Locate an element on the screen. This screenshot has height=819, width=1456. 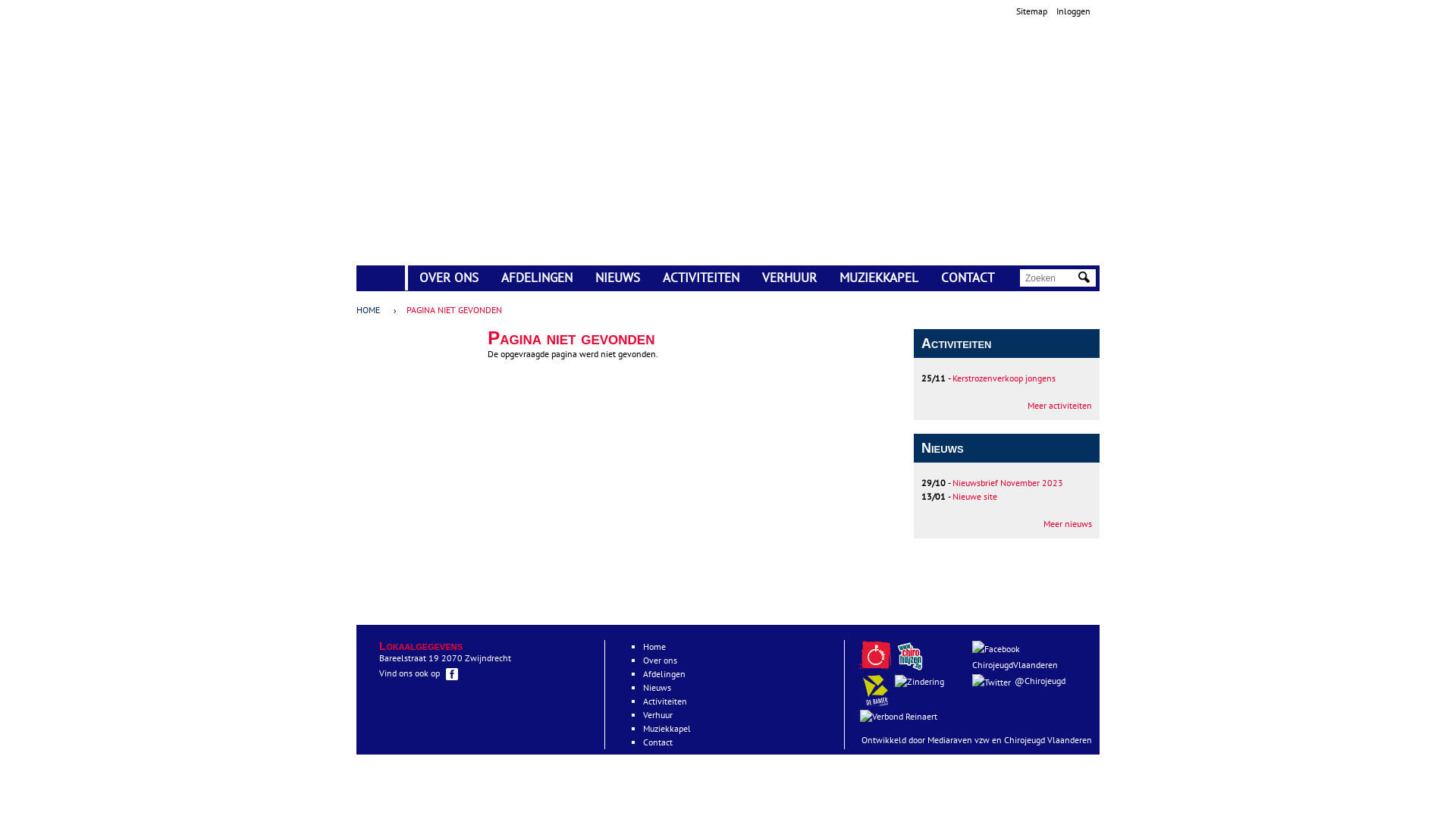
'Meer activiteiten' is located at coordinates (1059, 404).